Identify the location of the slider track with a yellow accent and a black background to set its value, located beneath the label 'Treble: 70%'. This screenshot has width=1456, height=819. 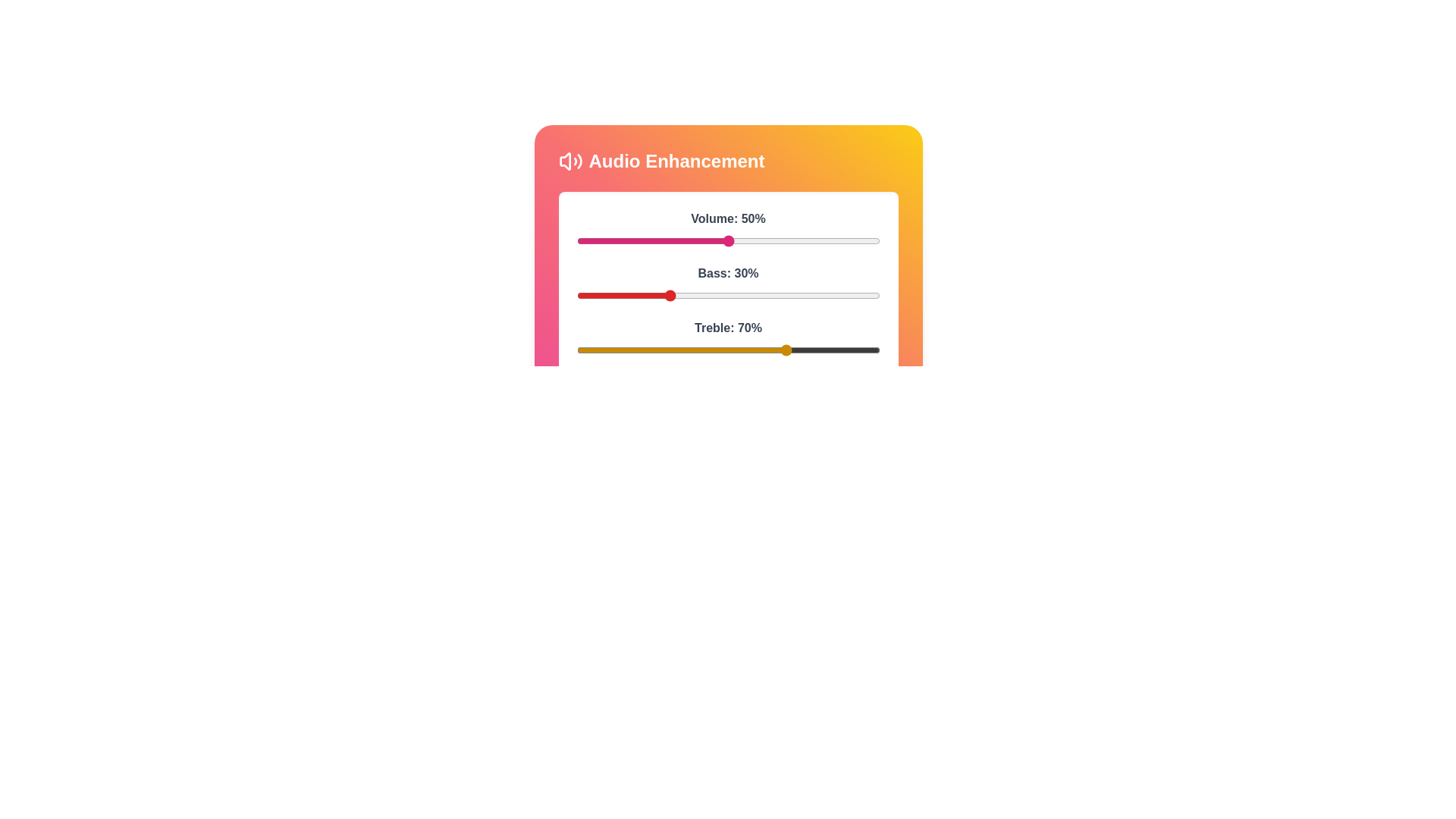
(728, 350).